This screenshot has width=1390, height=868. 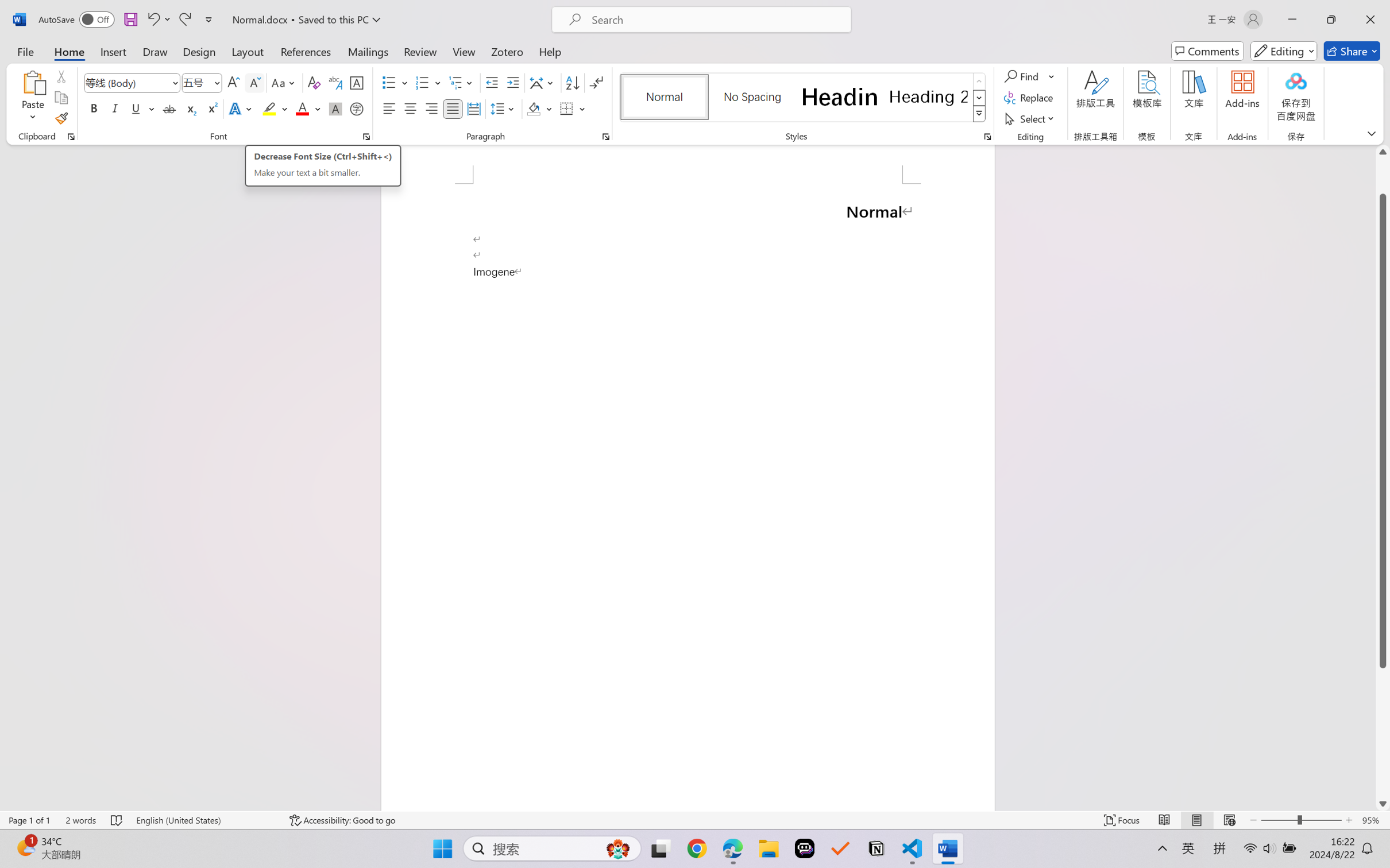 What do you see at coordinates (60, 98) in the screenshot?
I see `'Copy'` at bounding box center [60, 98].